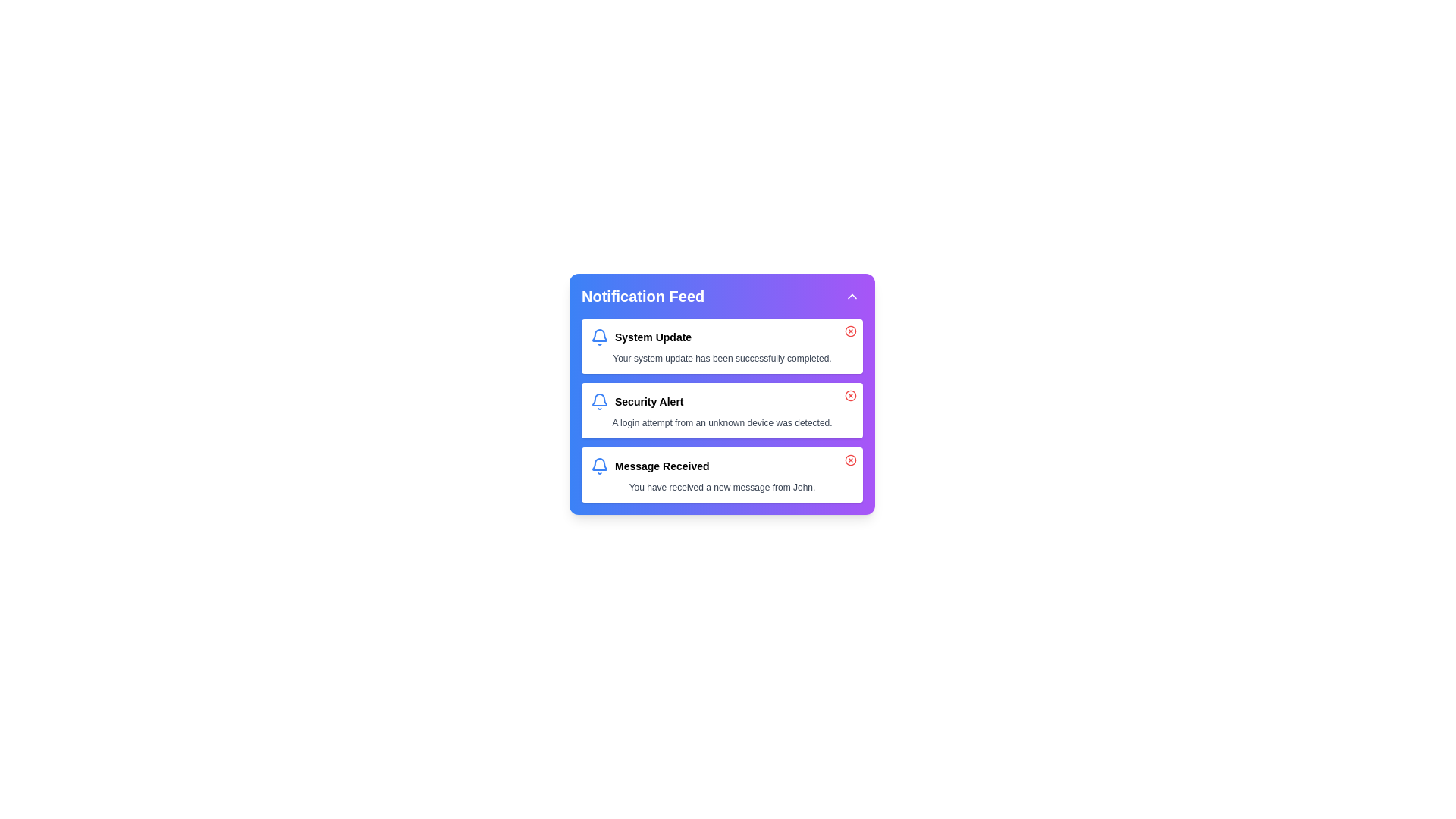 The height and width of the screenshot is (819, 1456). Describe the element at coordinates (599, 465) in the screenshot. I see `the bell icon located in the 'Message Received' notification card, positioned to the left of the associated text` at that location.